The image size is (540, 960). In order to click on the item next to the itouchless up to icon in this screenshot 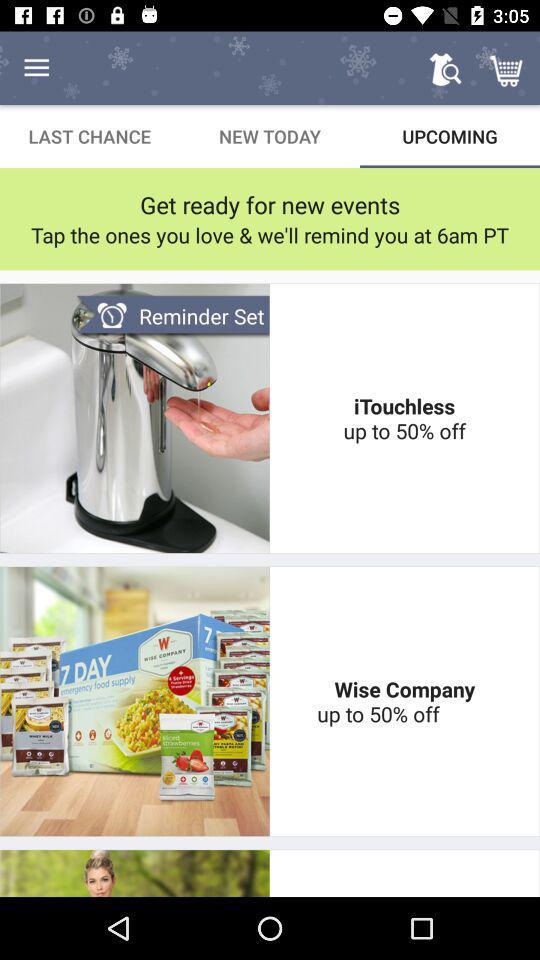, I will do `click(172, 316)`.